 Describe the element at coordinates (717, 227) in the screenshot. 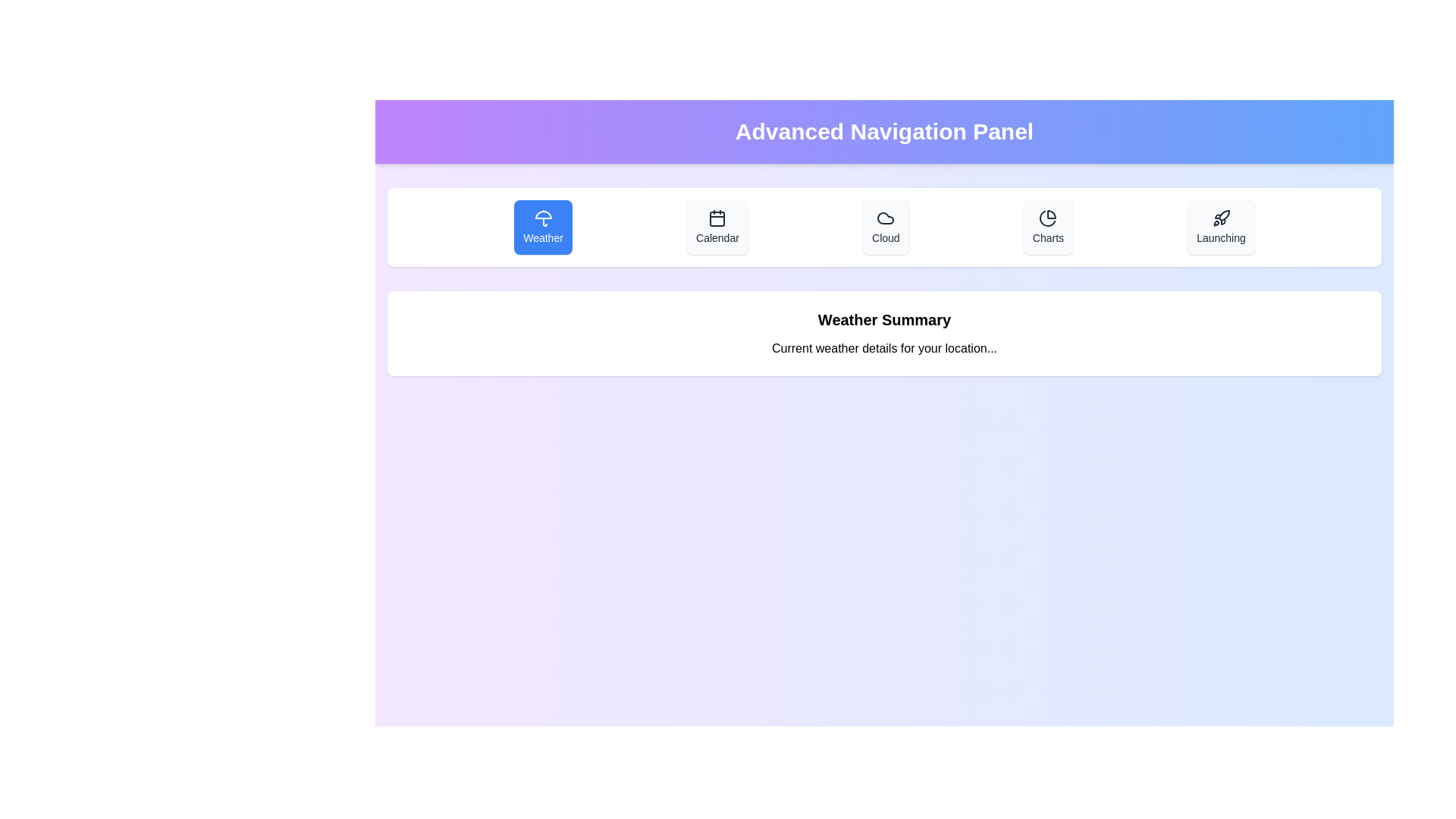

I see `the second button in the top-center panel, which is located between the 'Weather' button on the left and 'Cloud' button on the right` at that location.